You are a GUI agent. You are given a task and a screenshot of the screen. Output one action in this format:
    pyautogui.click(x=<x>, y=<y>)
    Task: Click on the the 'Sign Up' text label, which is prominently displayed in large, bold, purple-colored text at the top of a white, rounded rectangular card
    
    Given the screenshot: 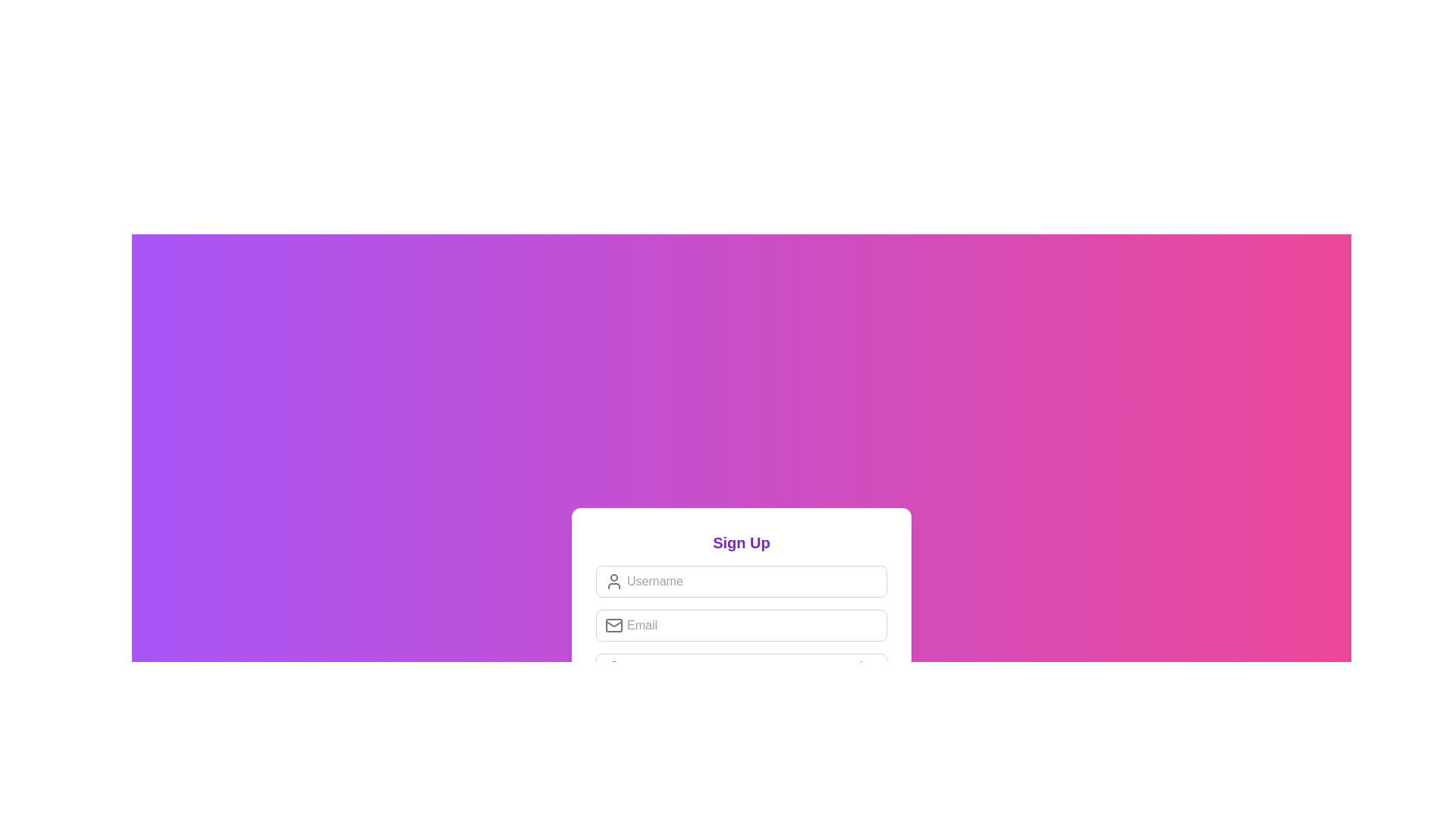 What is the action you would take?
    pyautogui.click(x=742, y=542)
    